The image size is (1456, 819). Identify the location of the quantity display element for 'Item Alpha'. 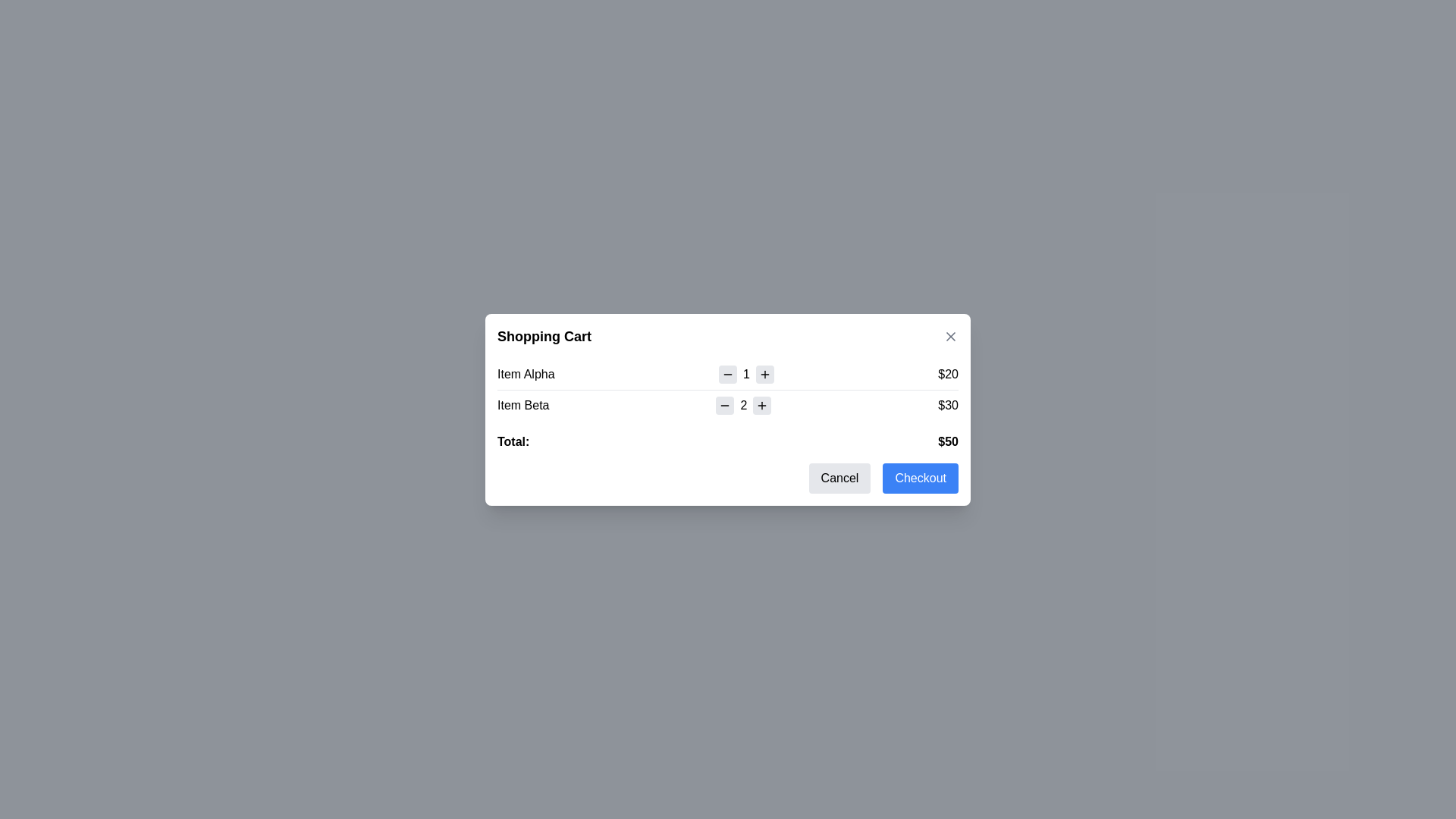
(746, 374).